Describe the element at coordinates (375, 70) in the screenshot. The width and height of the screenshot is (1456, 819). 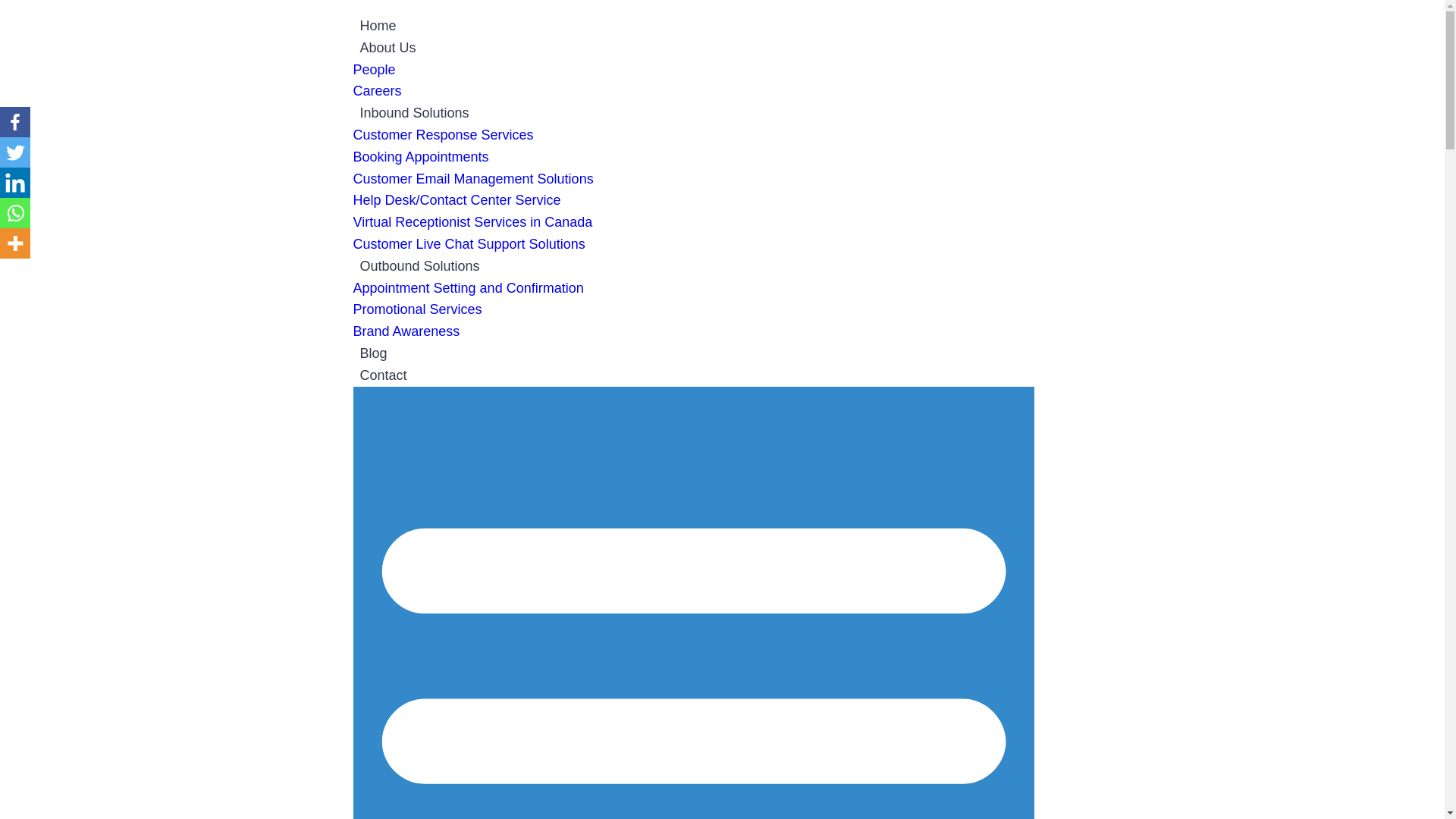
I see `'People'` at that location.